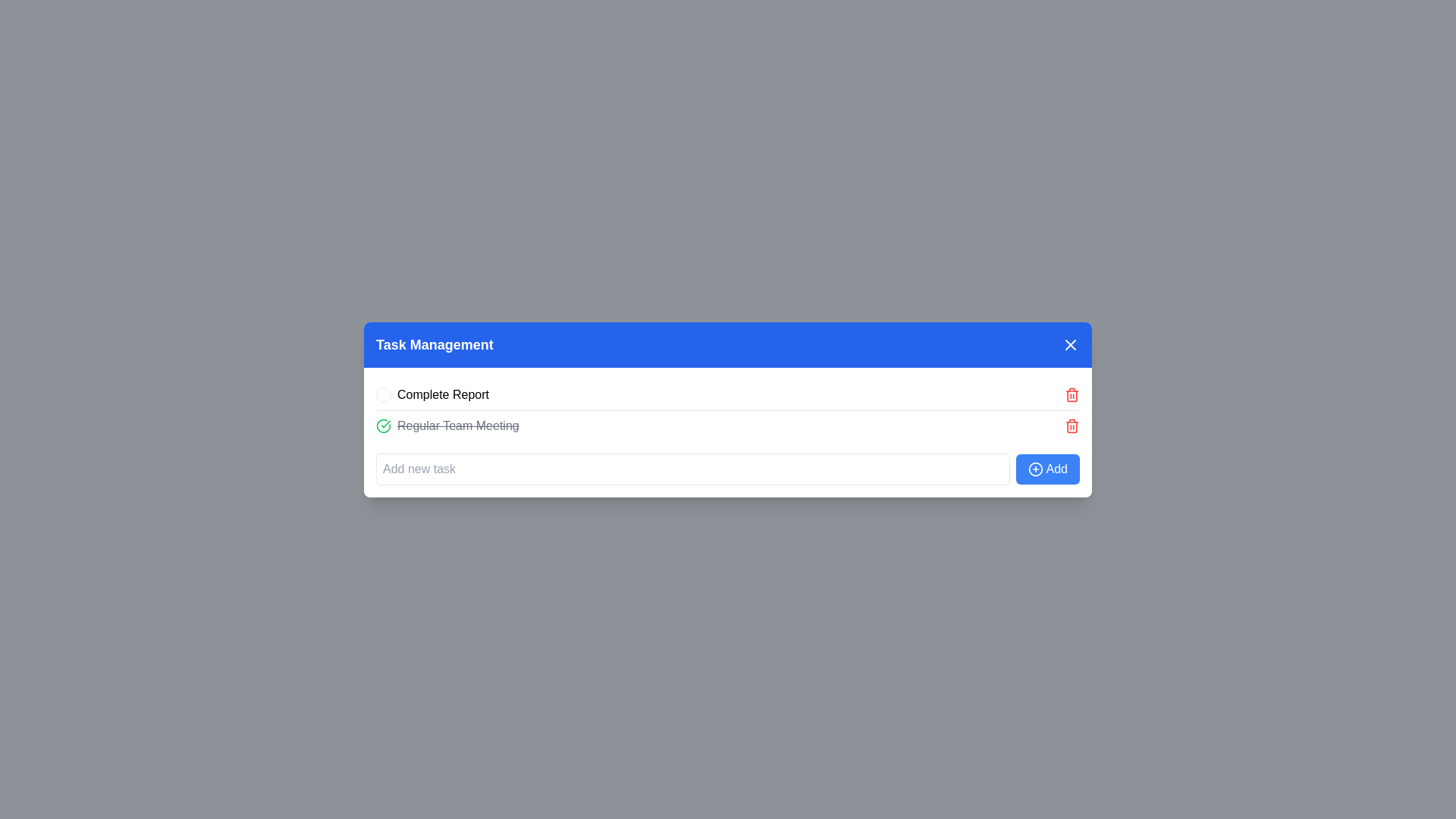 This screenshot has width=1456, height=819. I want to click on the close button located at the top-right corner of the modal window, so click(1069, 344).